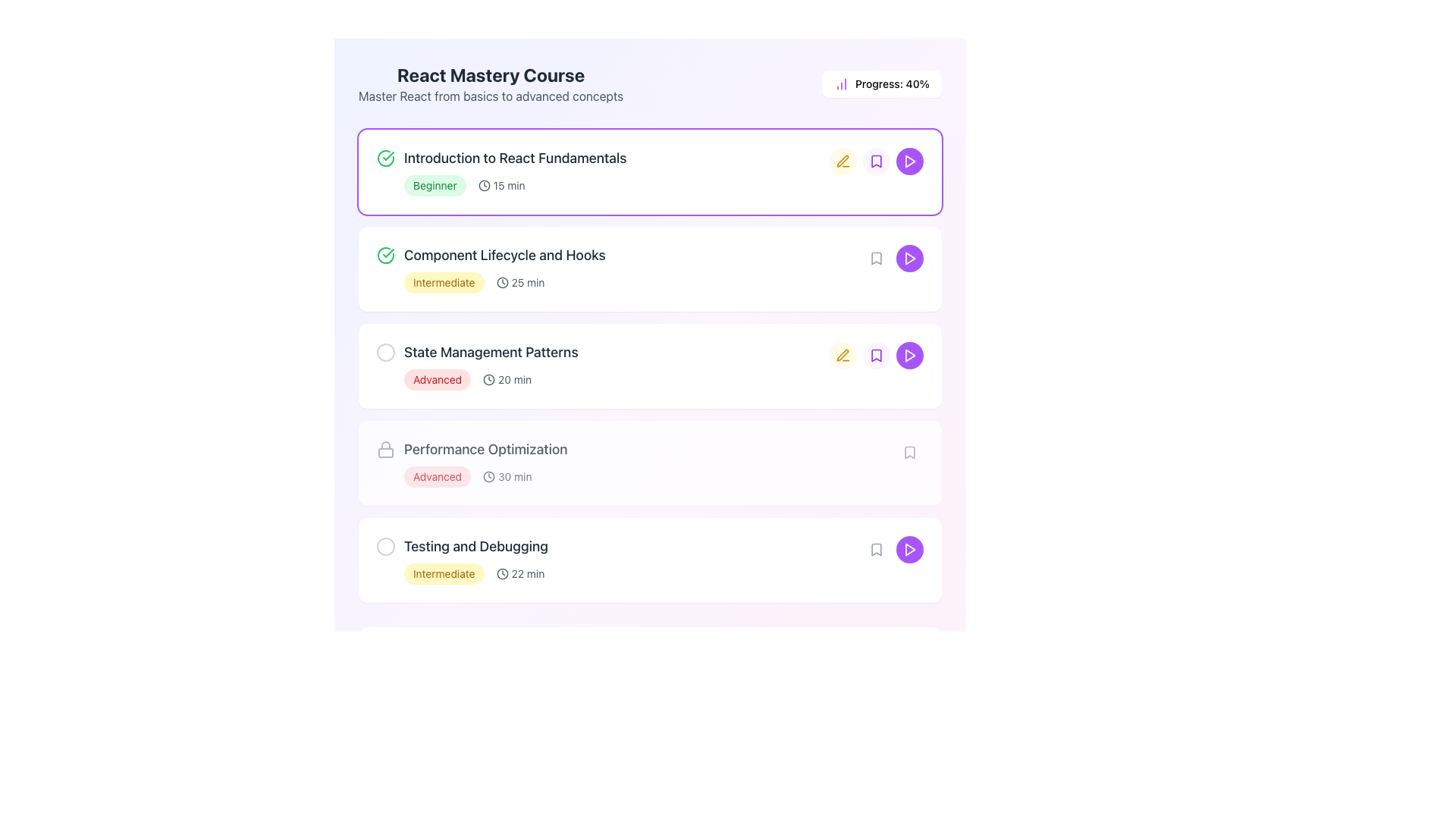 The image size is (1456, 819). Describe the element at coordinates (528, 283) in the screenshot. I see `the text label that indicates the duration of the course module in minutes, which is located to the right of the clock icon and below the 'Intermediate' level badge in the second course module of the course overview` at that location.